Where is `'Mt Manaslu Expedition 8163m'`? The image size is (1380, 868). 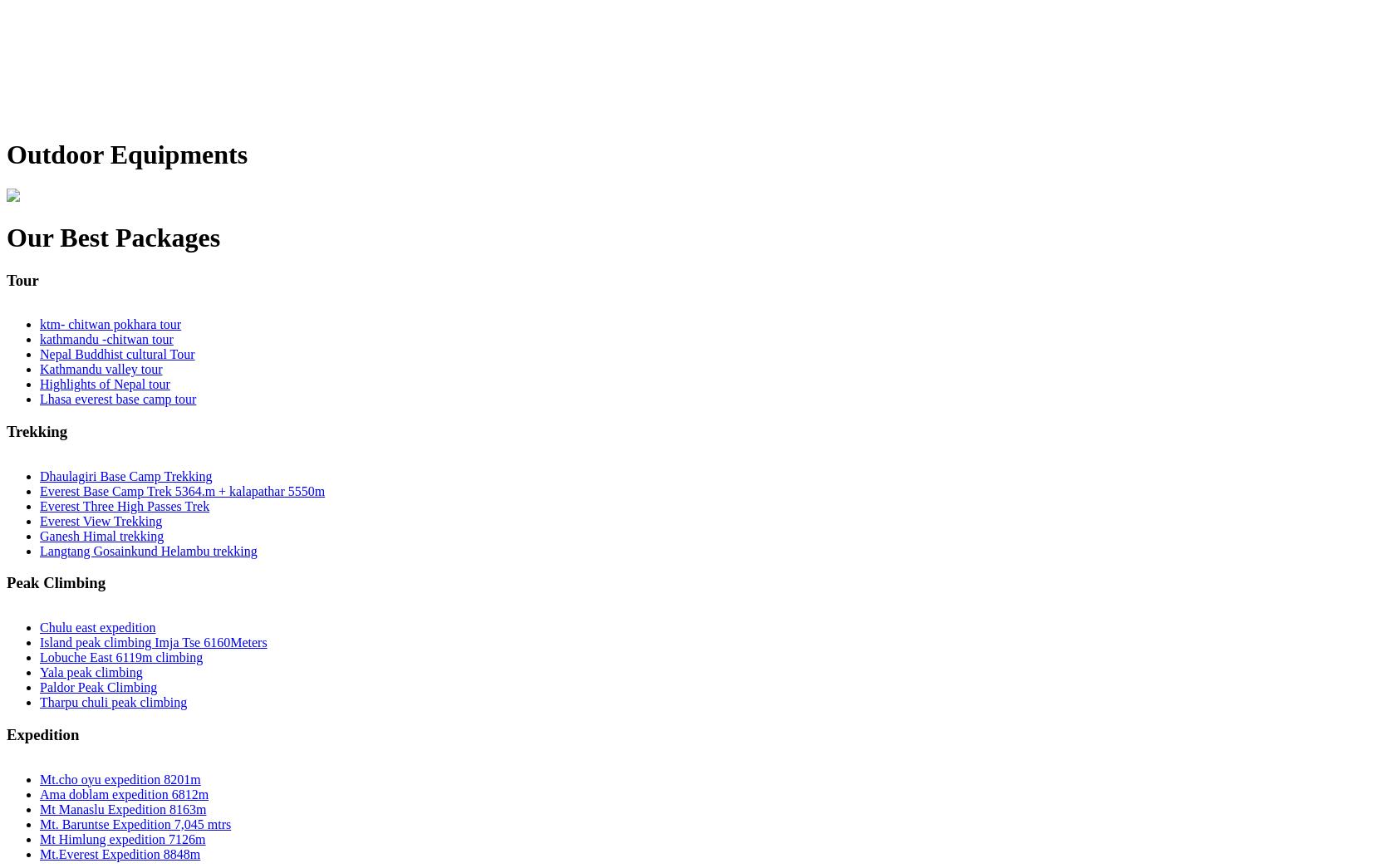 'Mt Manaslu Expedition 8163m' is located at coordinates (122, 807).